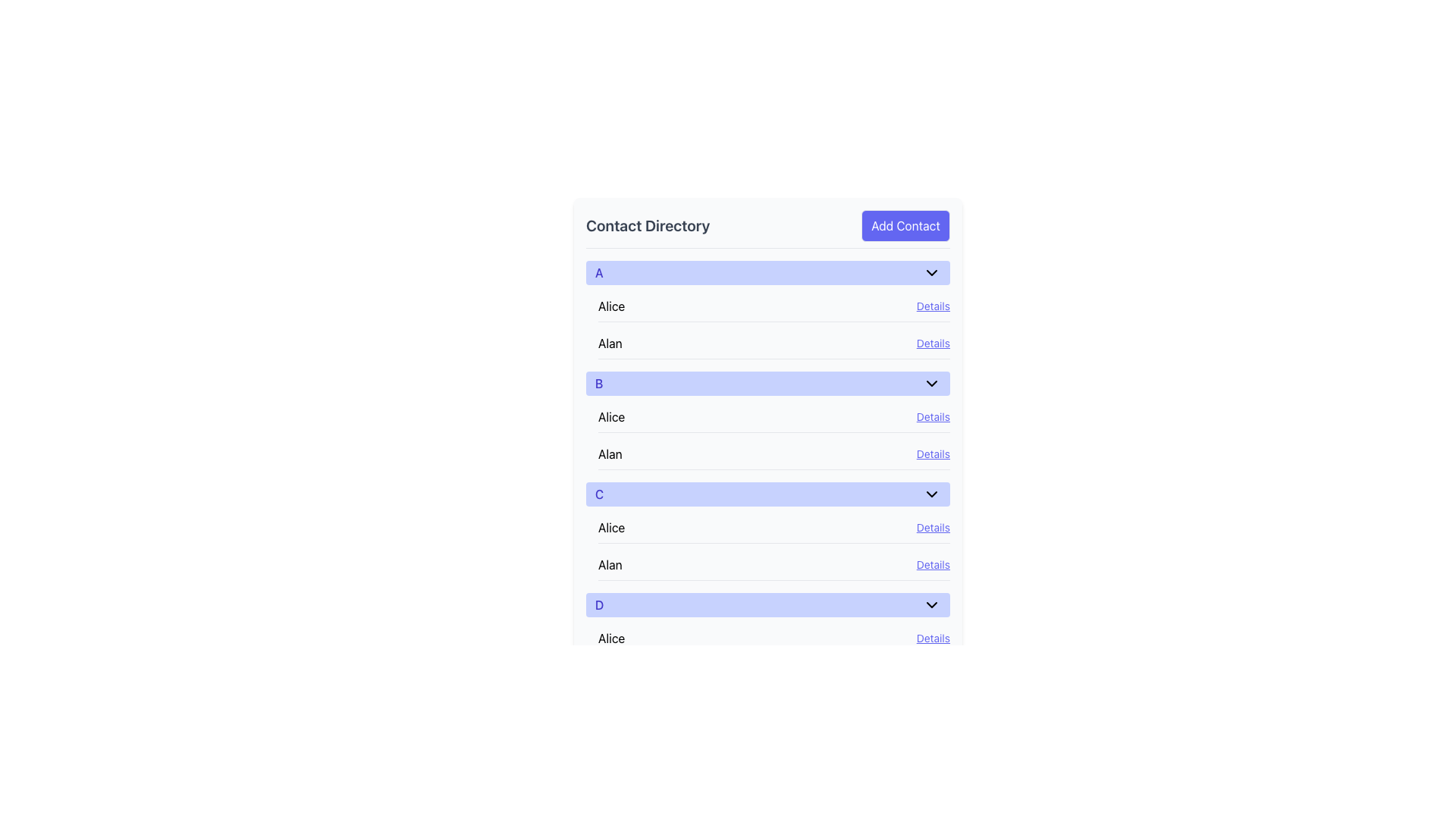 The width and height of the screenshot is (1456, 819). I want to click on the downward-pointing chevron icon with a black outline in the blue header labeled 'C', so click(930, 494).